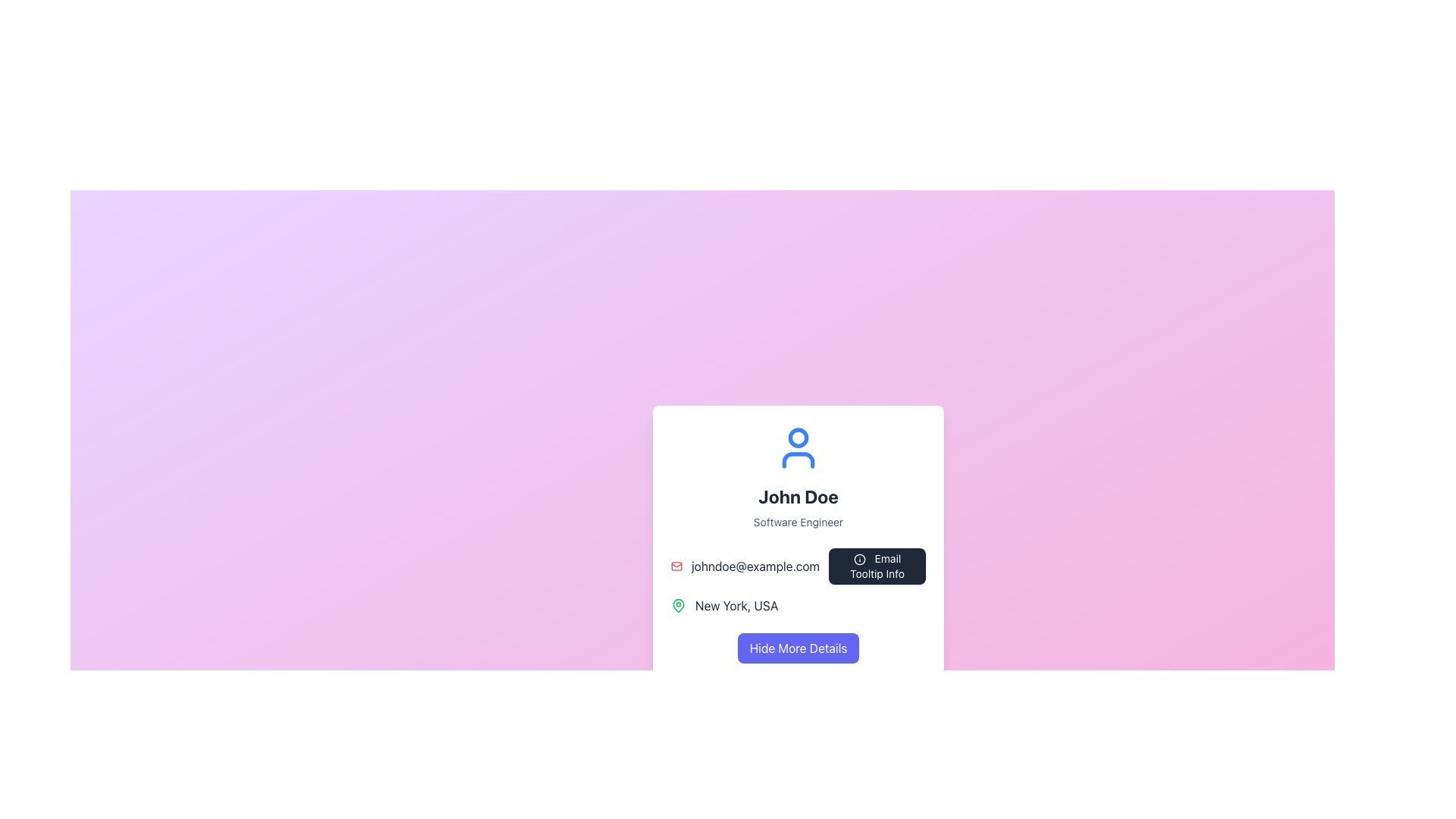  I want to click on the green pin-shaped icon representing a location marker, located adjacent to the textual address 'New York, USA', so click(677, 604).